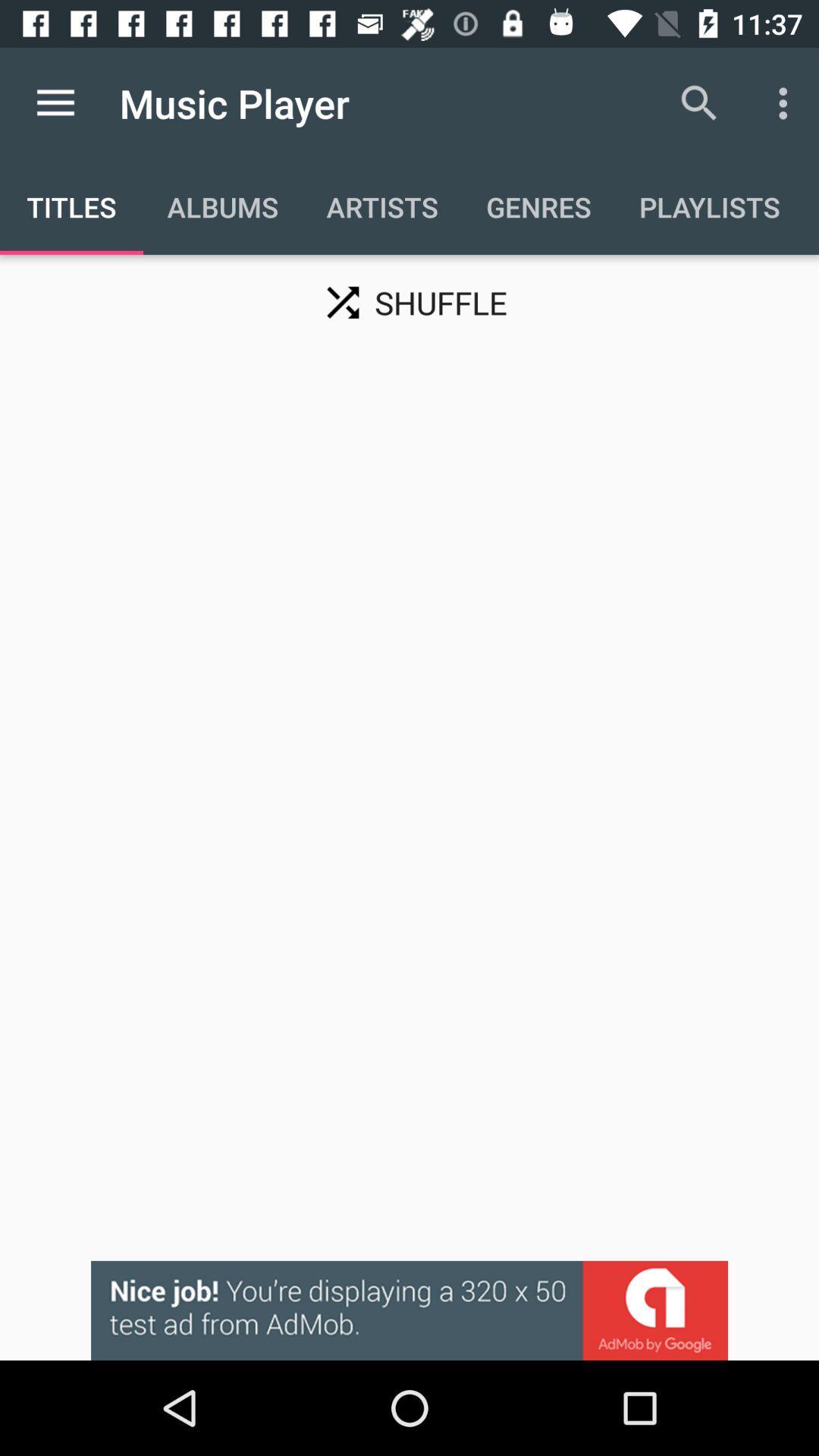 This screenshot has width=819, height=1456. Describe the element at coordinates (55, 102) in the screenshot. I see `menu` at that location.